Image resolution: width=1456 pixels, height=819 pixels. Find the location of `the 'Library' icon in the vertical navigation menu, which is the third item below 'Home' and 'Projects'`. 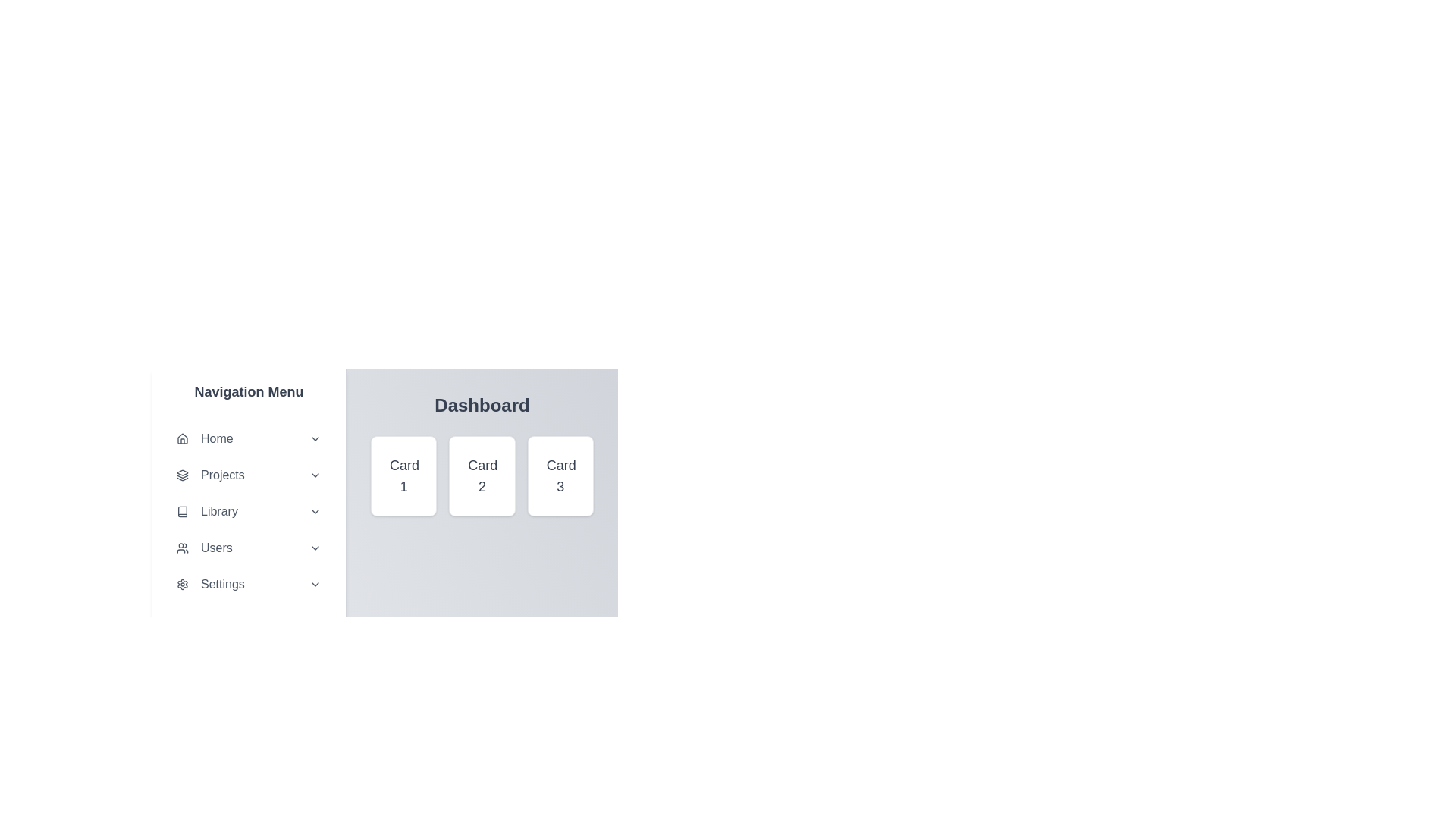

the 'Library' icon in the vertical navigation menu, which is the third item below 'Home' and 'Projects' is located at coordinates (182, 512).